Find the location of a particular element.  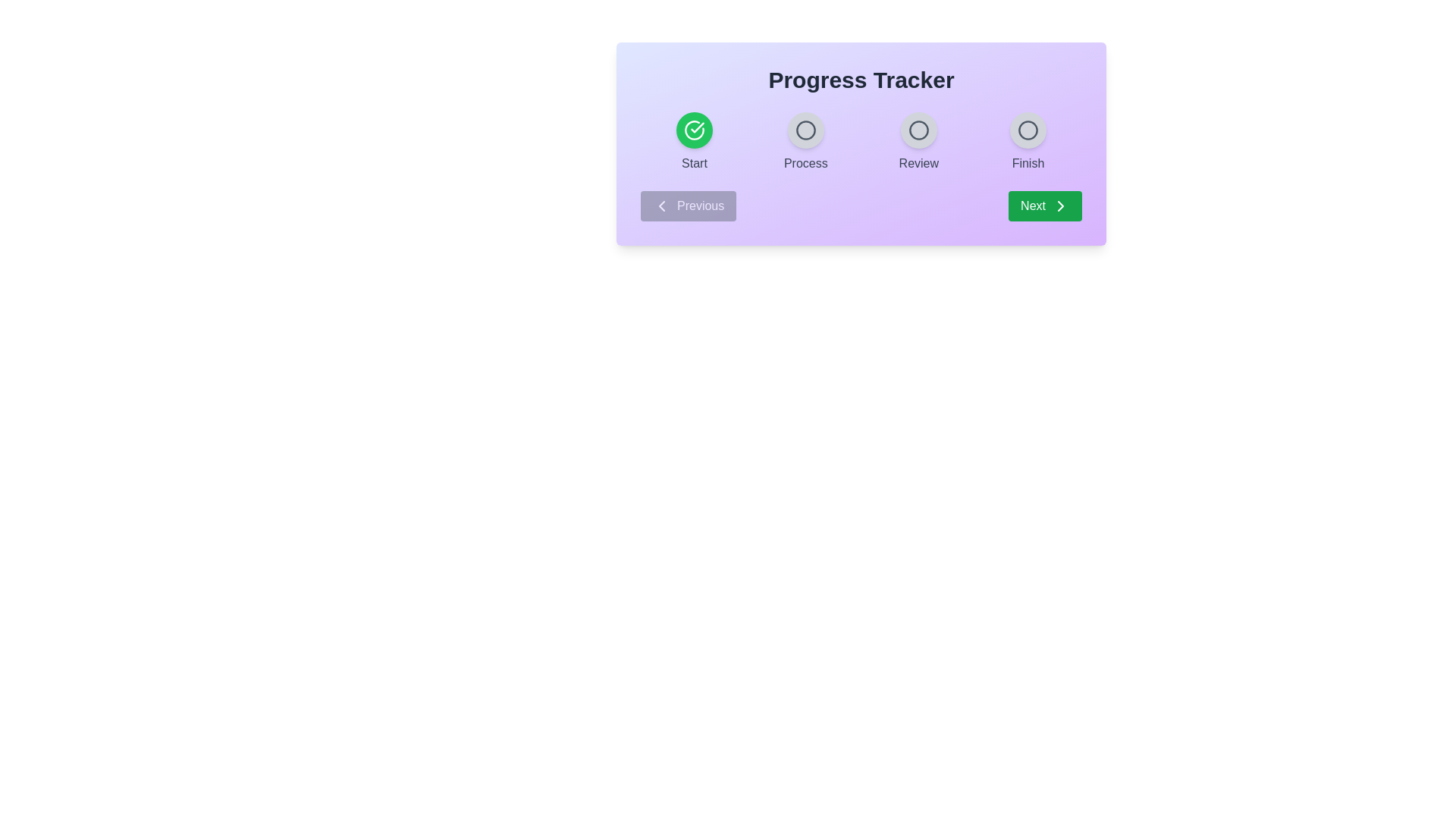

the Circular Progress Indicator Icon styled as an outlined circle with a metallic gray color is located at coordinates (918, 130).